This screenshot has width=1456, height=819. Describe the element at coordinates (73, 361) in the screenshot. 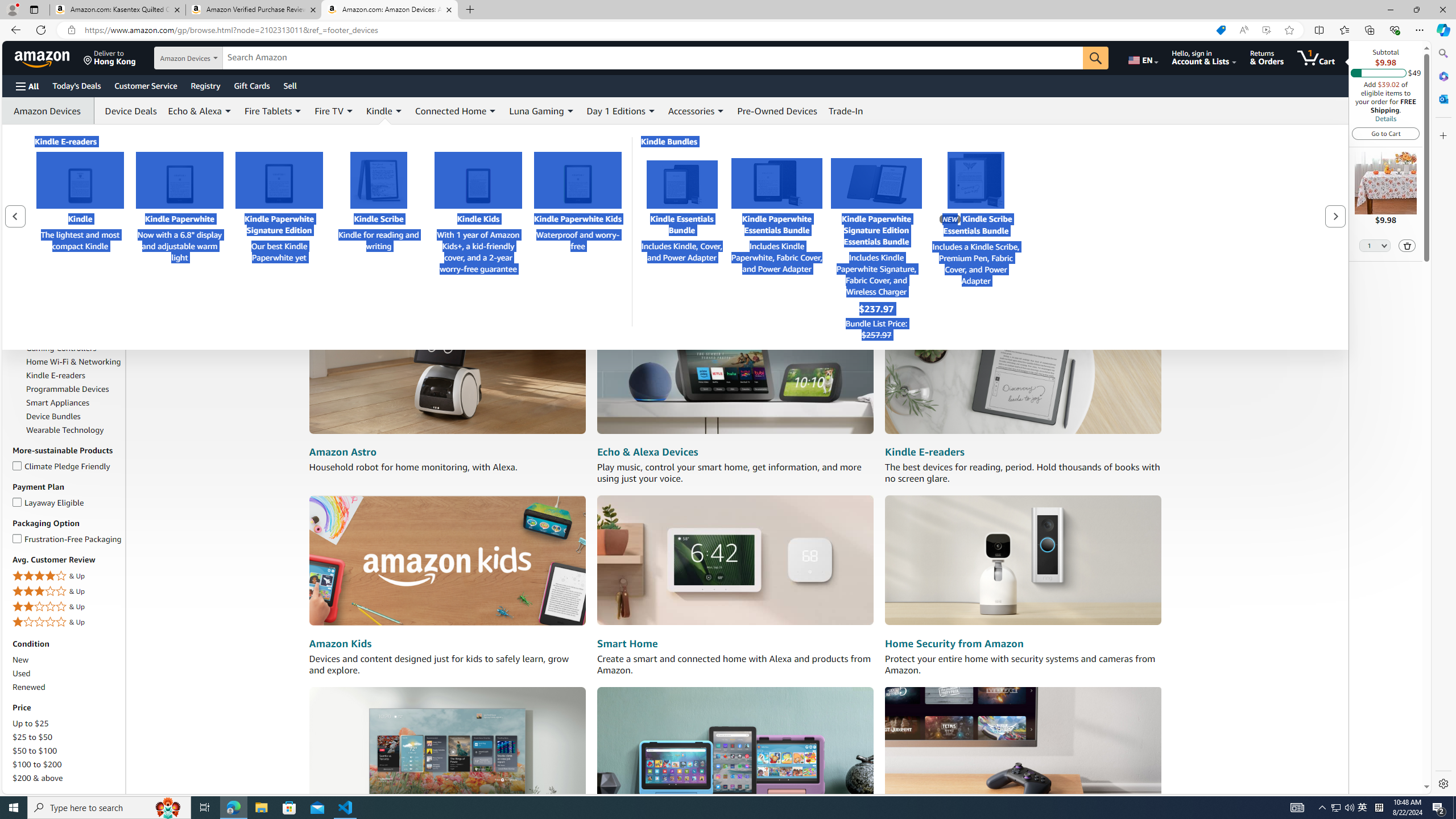

I see `'Home Wi-Fi & Networking'` at that location.